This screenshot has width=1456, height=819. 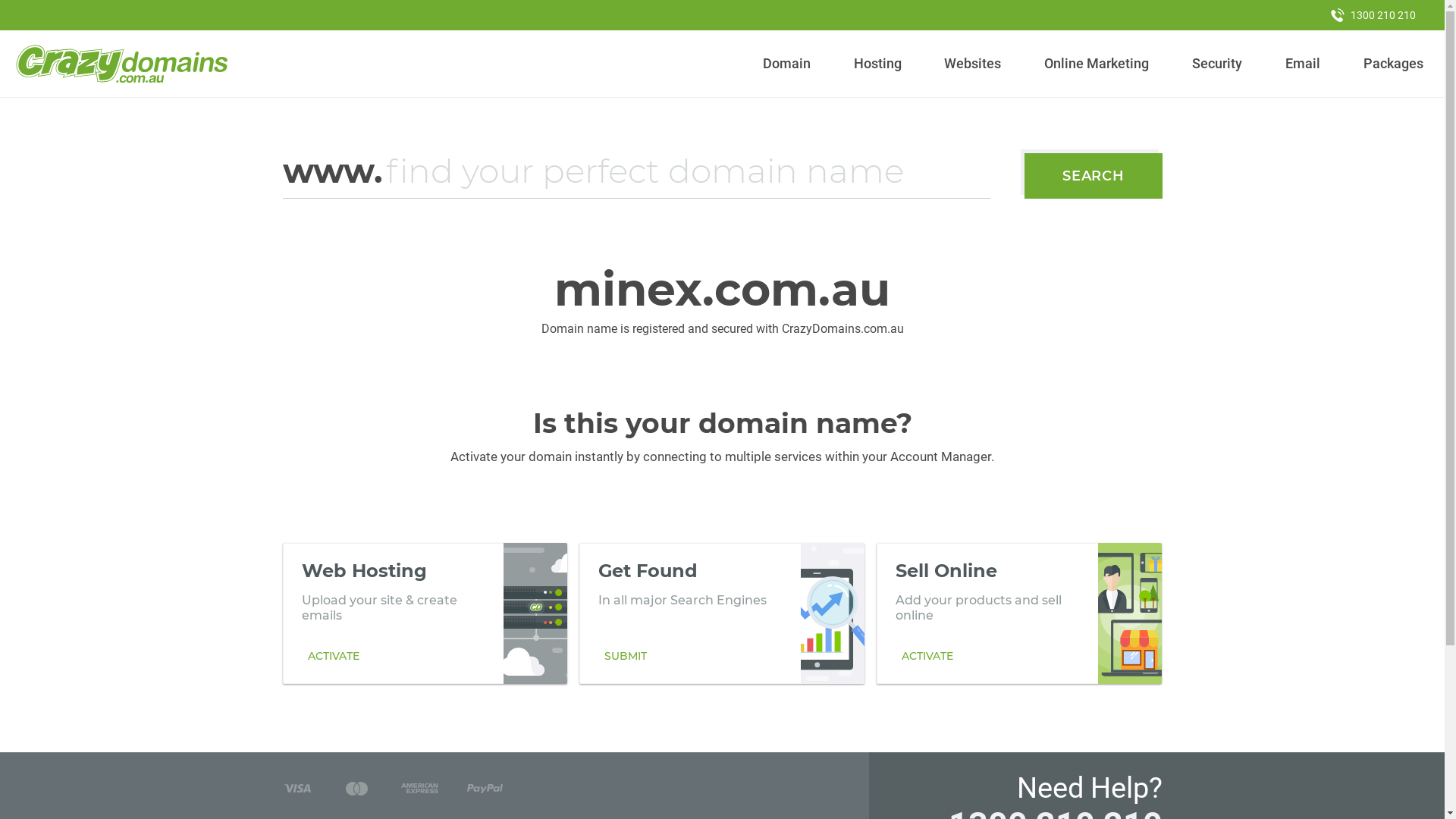 What do you see at coordinates (877, 63) in the screenshot?
I see `'Hosting'` at bounding box center [877, 63].